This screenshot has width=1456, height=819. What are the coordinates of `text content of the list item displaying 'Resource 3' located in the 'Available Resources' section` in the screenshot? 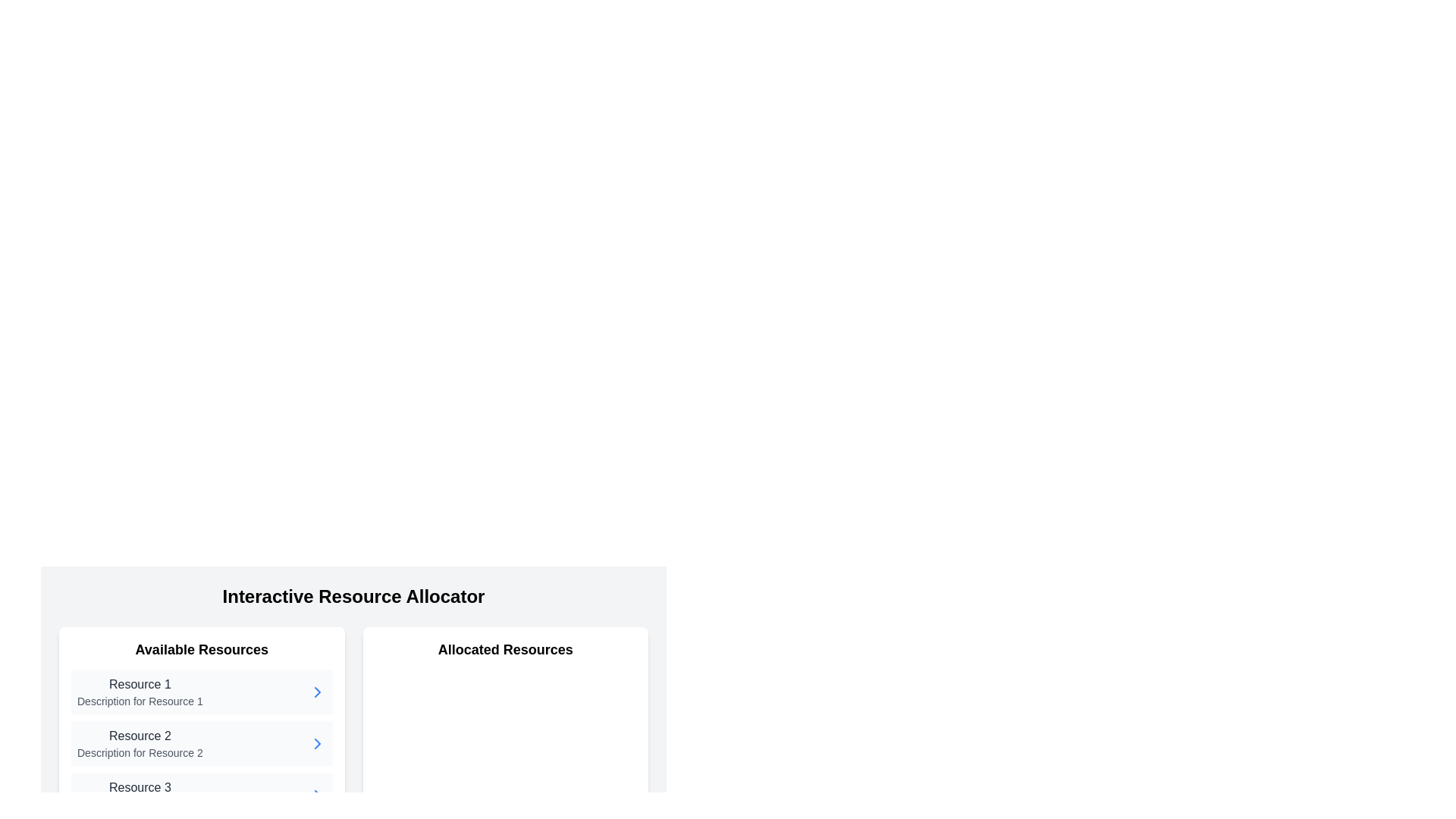 It's located at (140, 795).